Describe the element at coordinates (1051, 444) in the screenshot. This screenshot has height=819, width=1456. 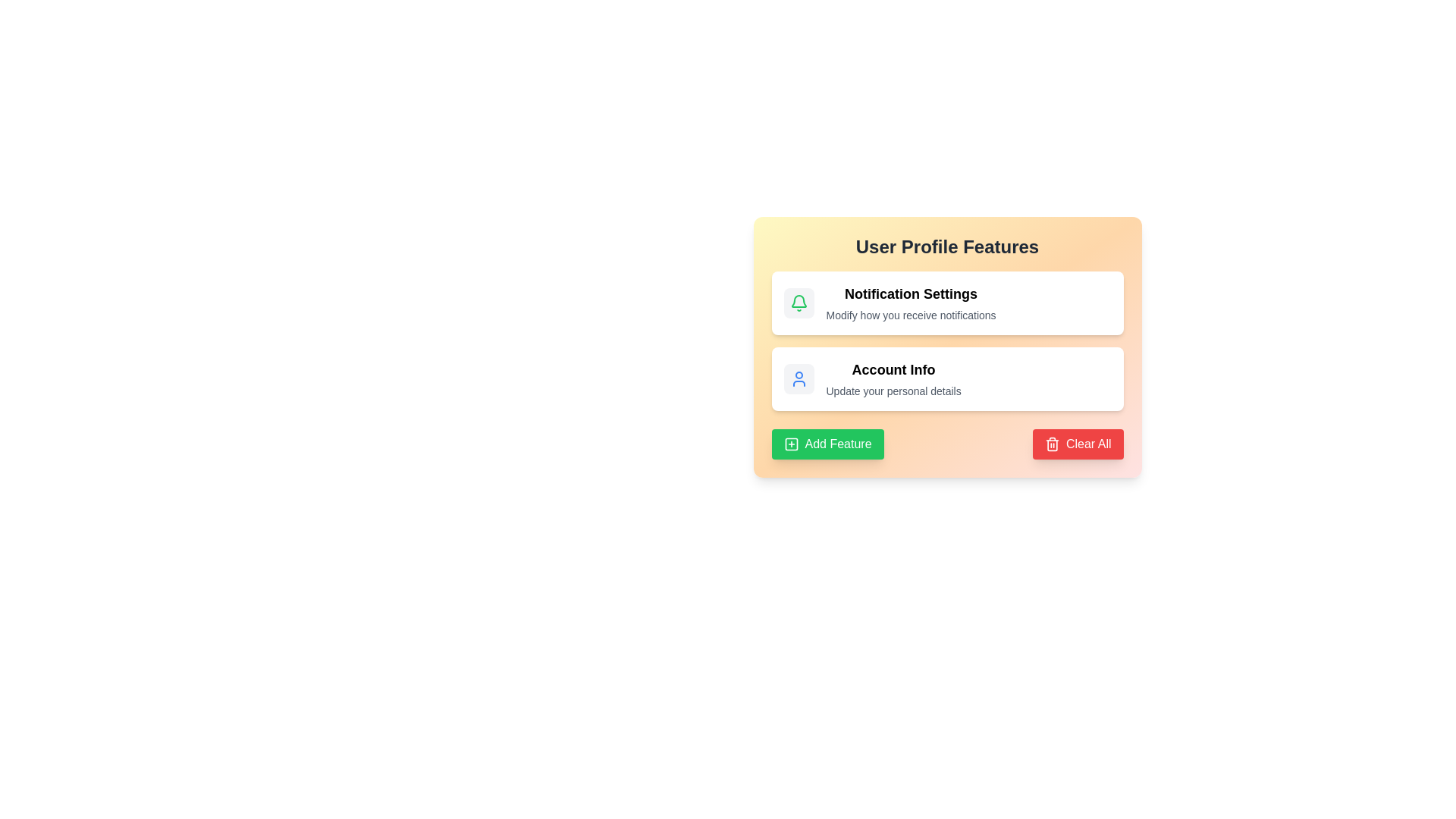
I see `the 'Clear All' icon located on the left side of the button text at the bottom right of the card interface` at that location.